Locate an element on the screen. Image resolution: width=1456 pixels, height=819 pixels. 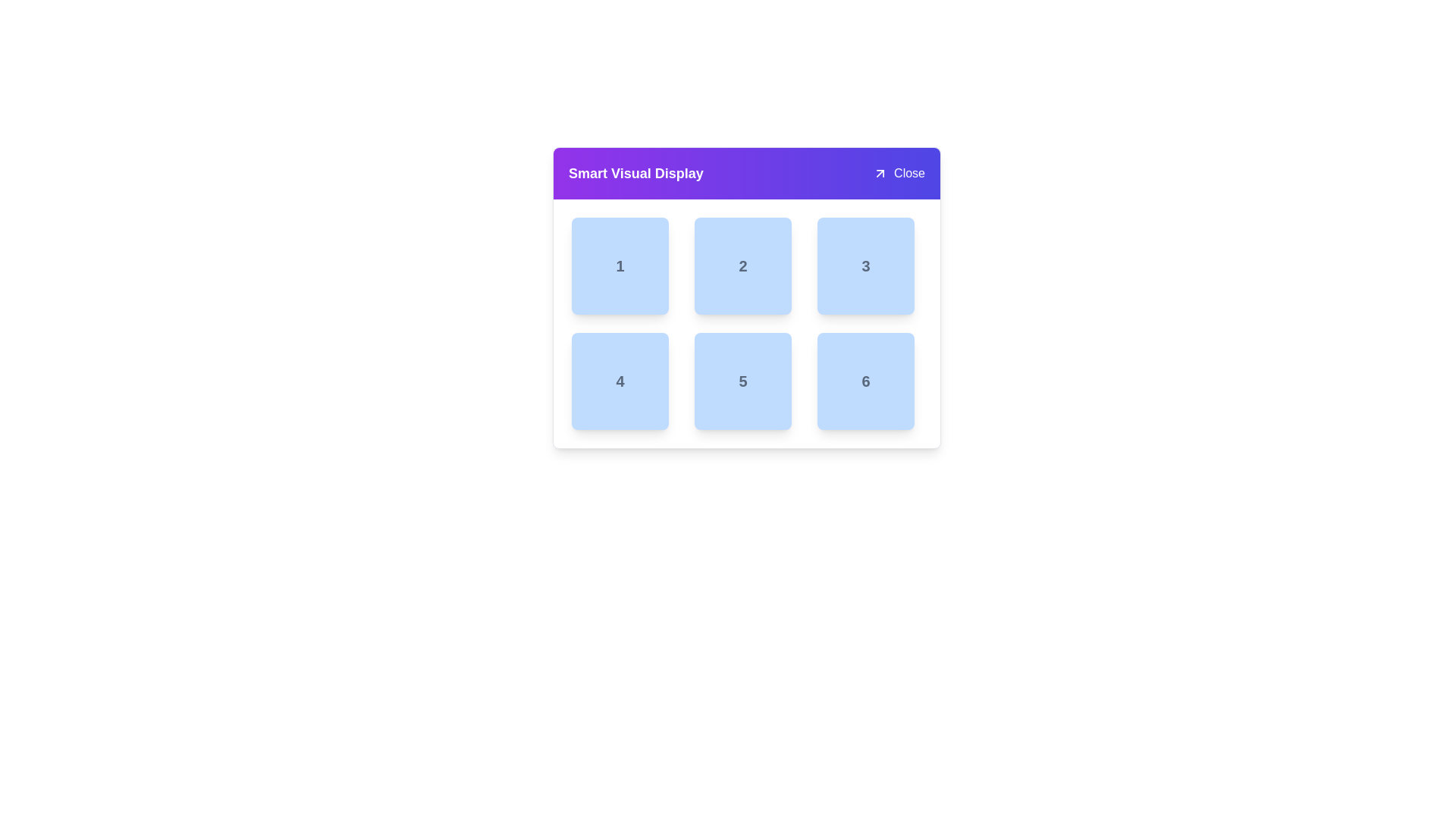
the 'Close' button located in the top-right corner of the header section, which features white bold text and an upward-right arrow icon against a gradient background is located at coordinates (899, 172).